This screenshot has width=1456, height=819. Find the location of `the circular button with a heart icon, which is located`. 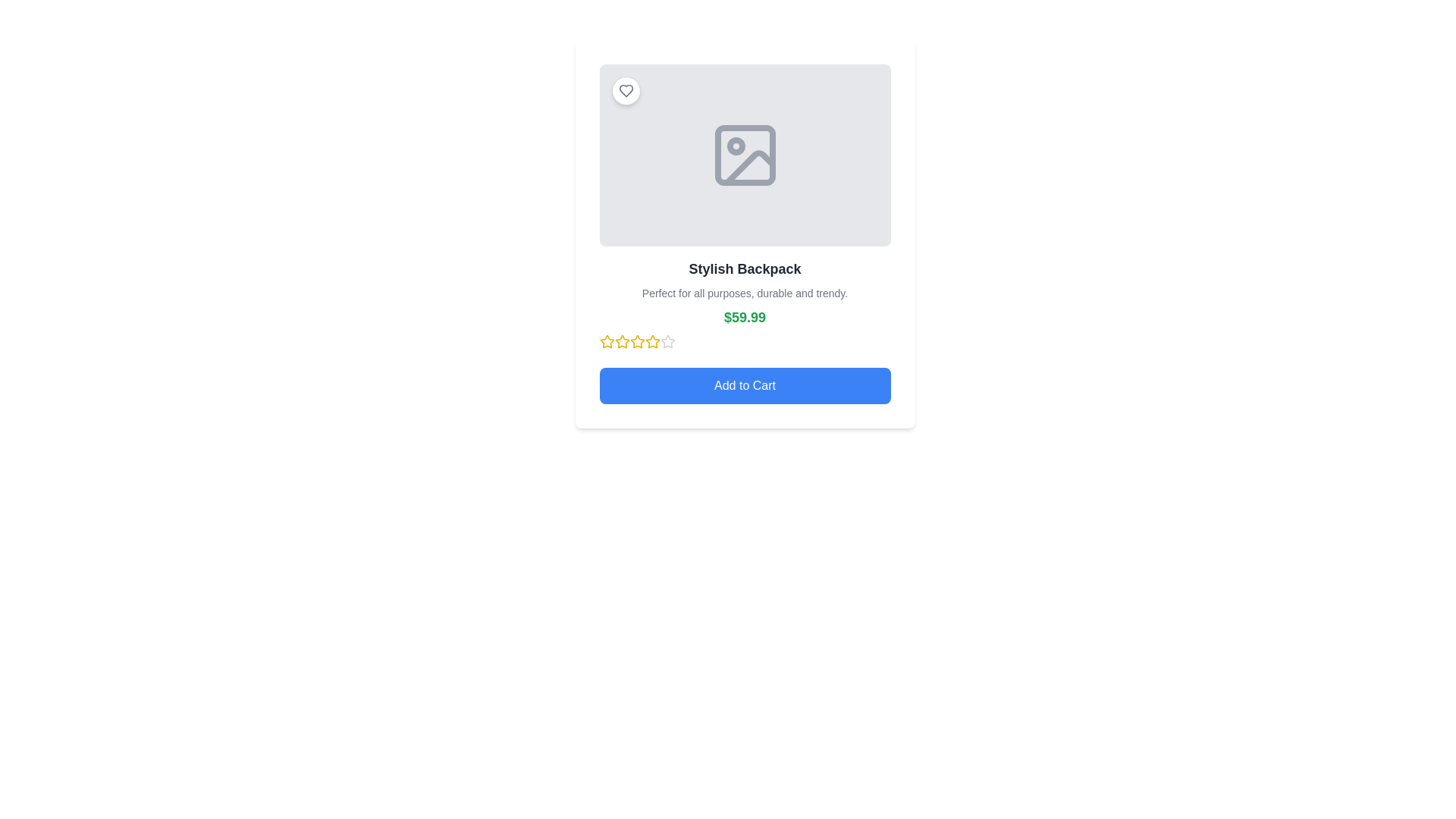

the circular button with a heart icon, which is located is located at coordinates (626, 90).